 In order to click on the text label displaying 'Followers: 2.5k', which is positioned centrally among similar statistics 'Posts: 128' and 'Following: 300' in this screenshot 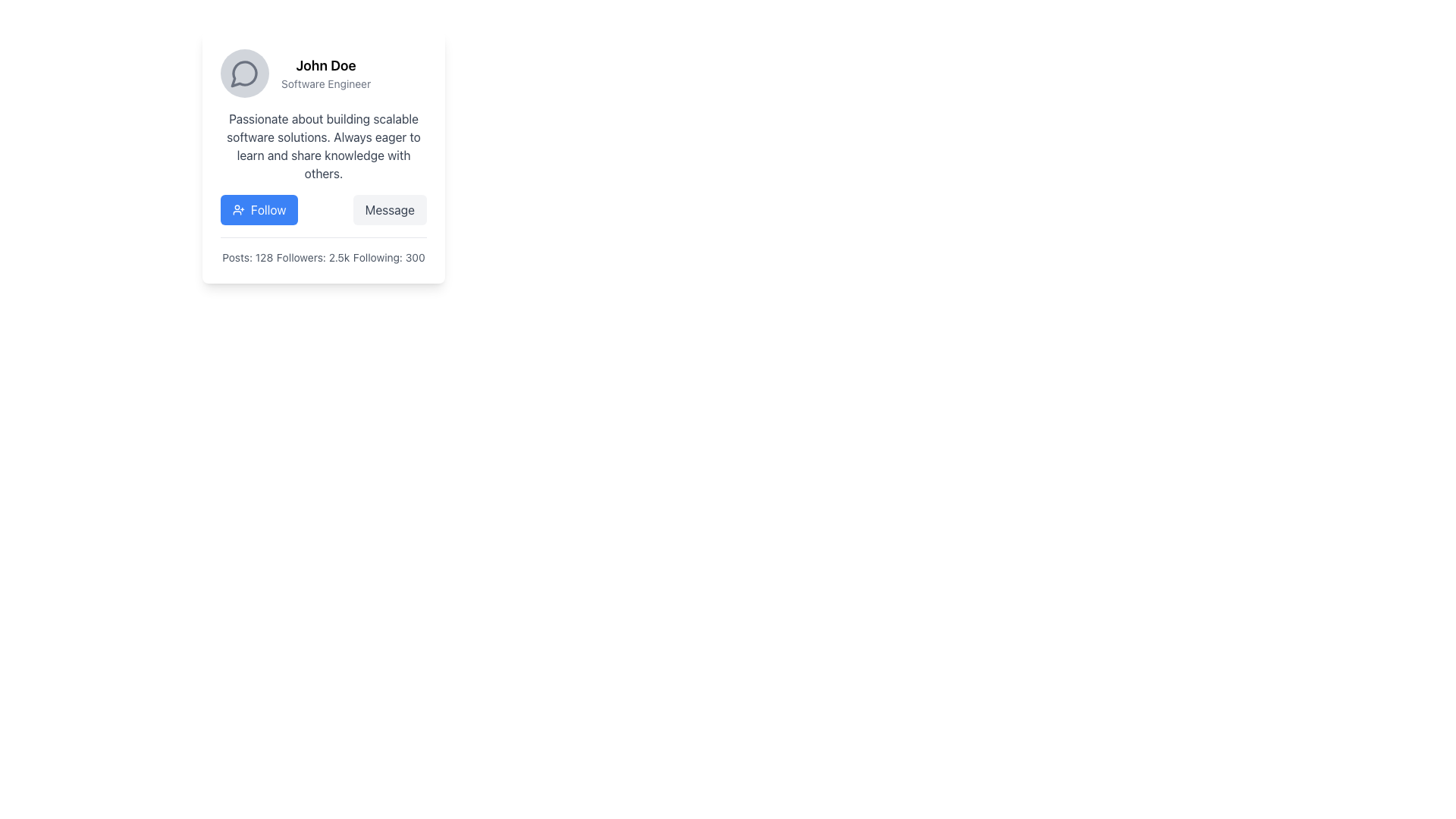, I will do `click(312, 256)`.